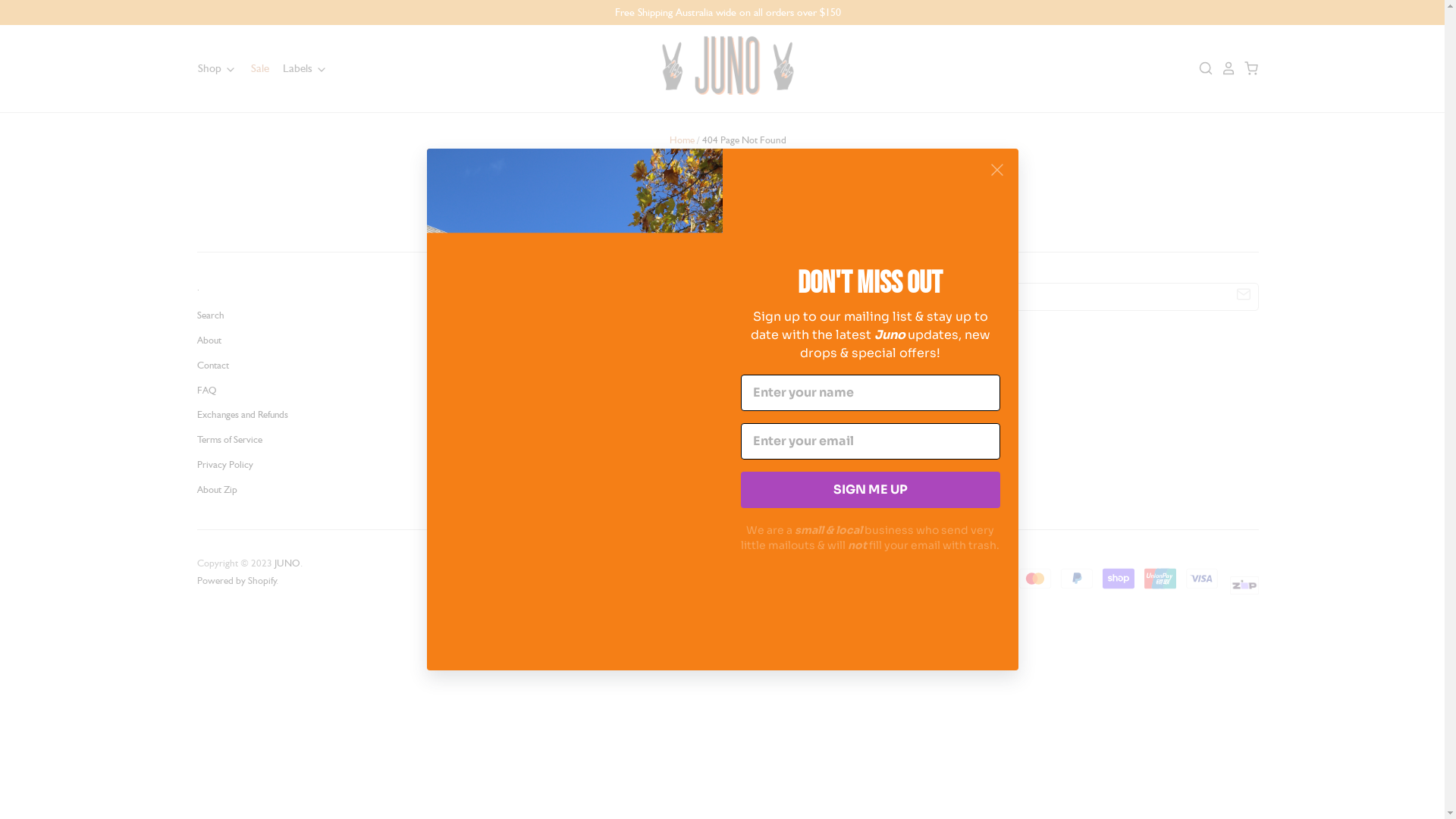  What do you see at coordinates (212, 365) in the screenshot?
I see `'Contact'` at bounding box center [212, 365].